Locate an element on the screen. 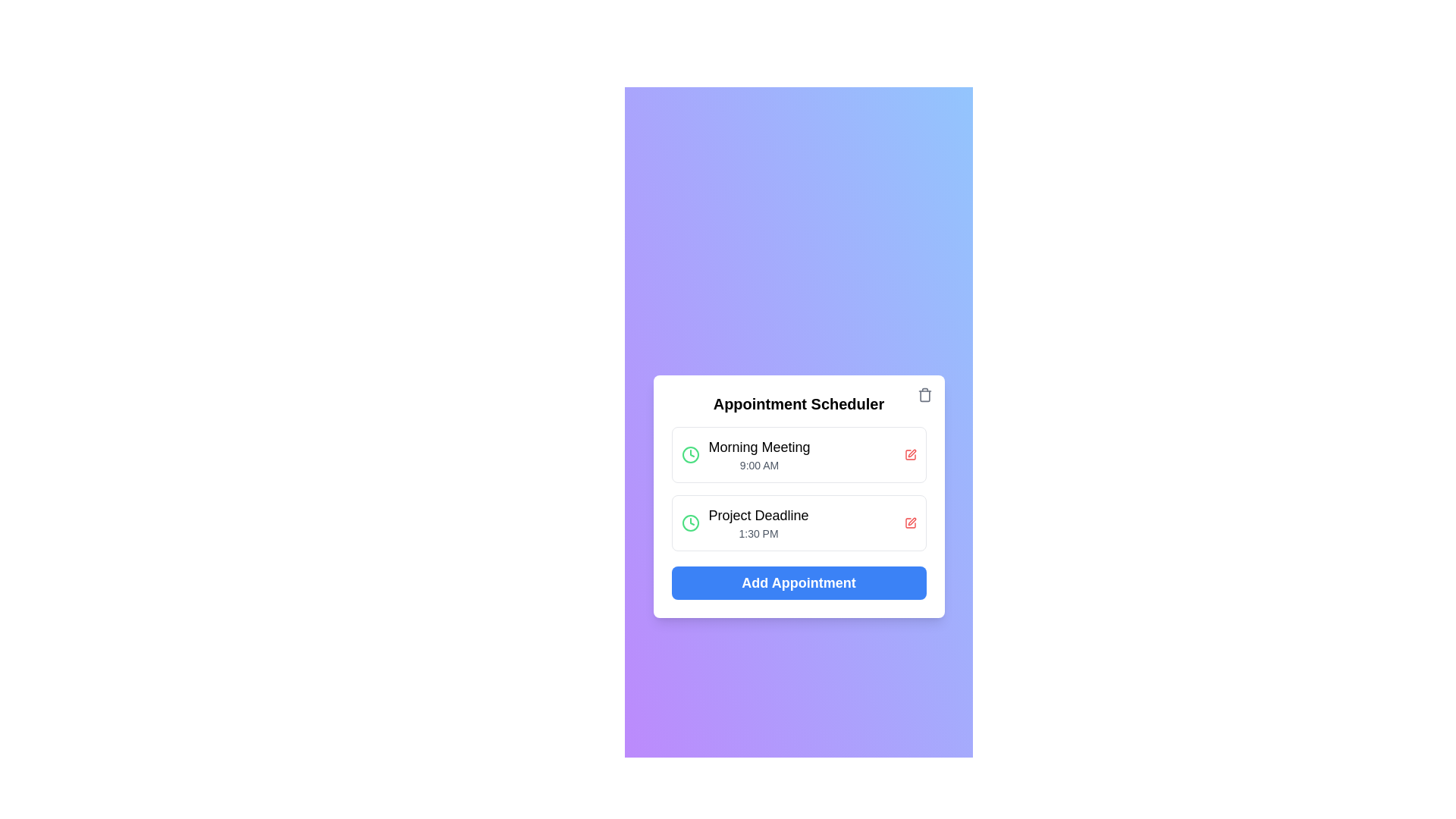 The width and height of the screenshot is (1456, 819). time displayed in the small text label that shows '9:00 AM' below the 'Morning Meeting' heading in the first appointment card is located at coordinates (759, 464).